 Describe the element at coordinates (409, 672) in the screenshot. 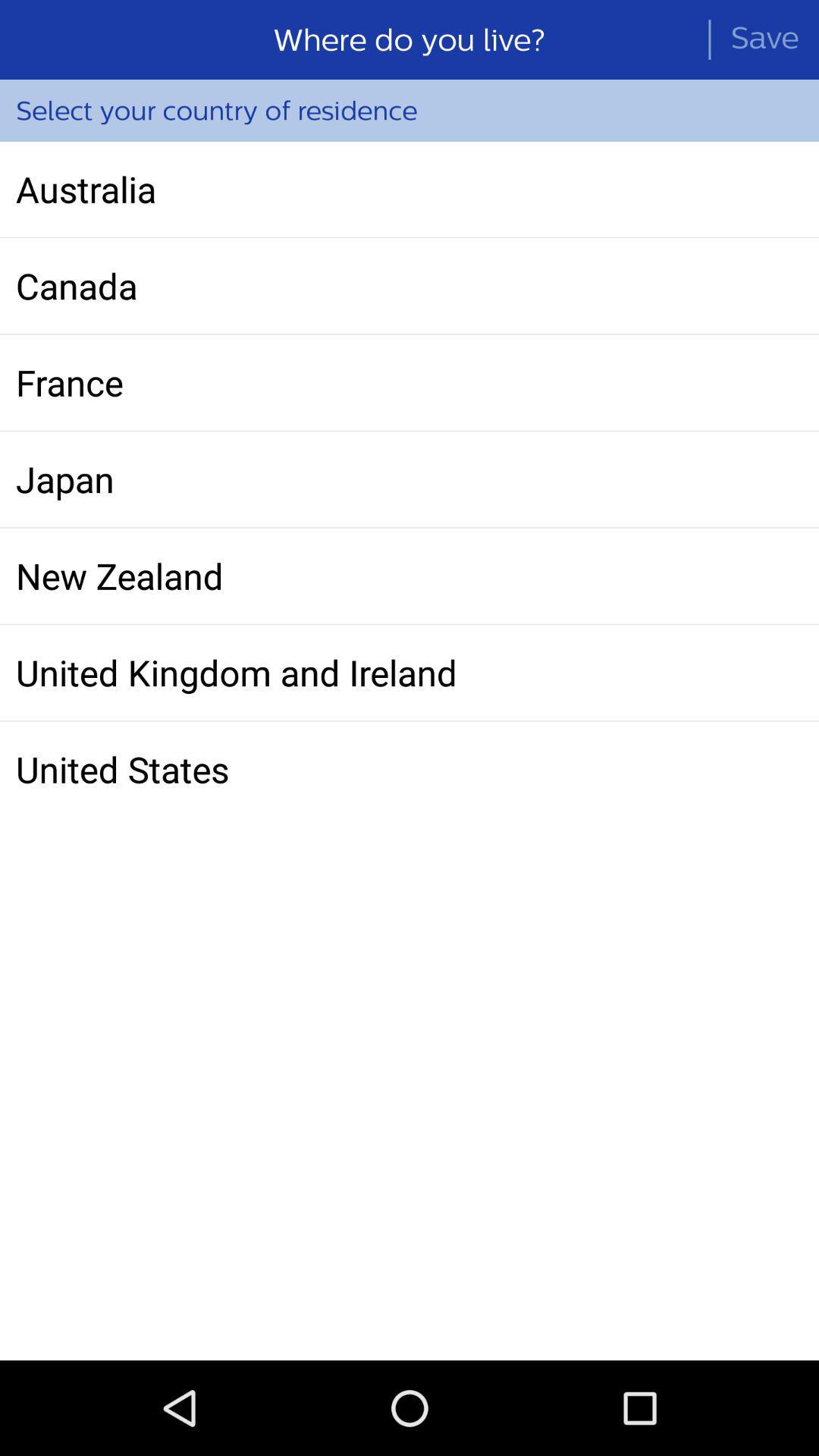

I see `icon below the new zealand` at that location.